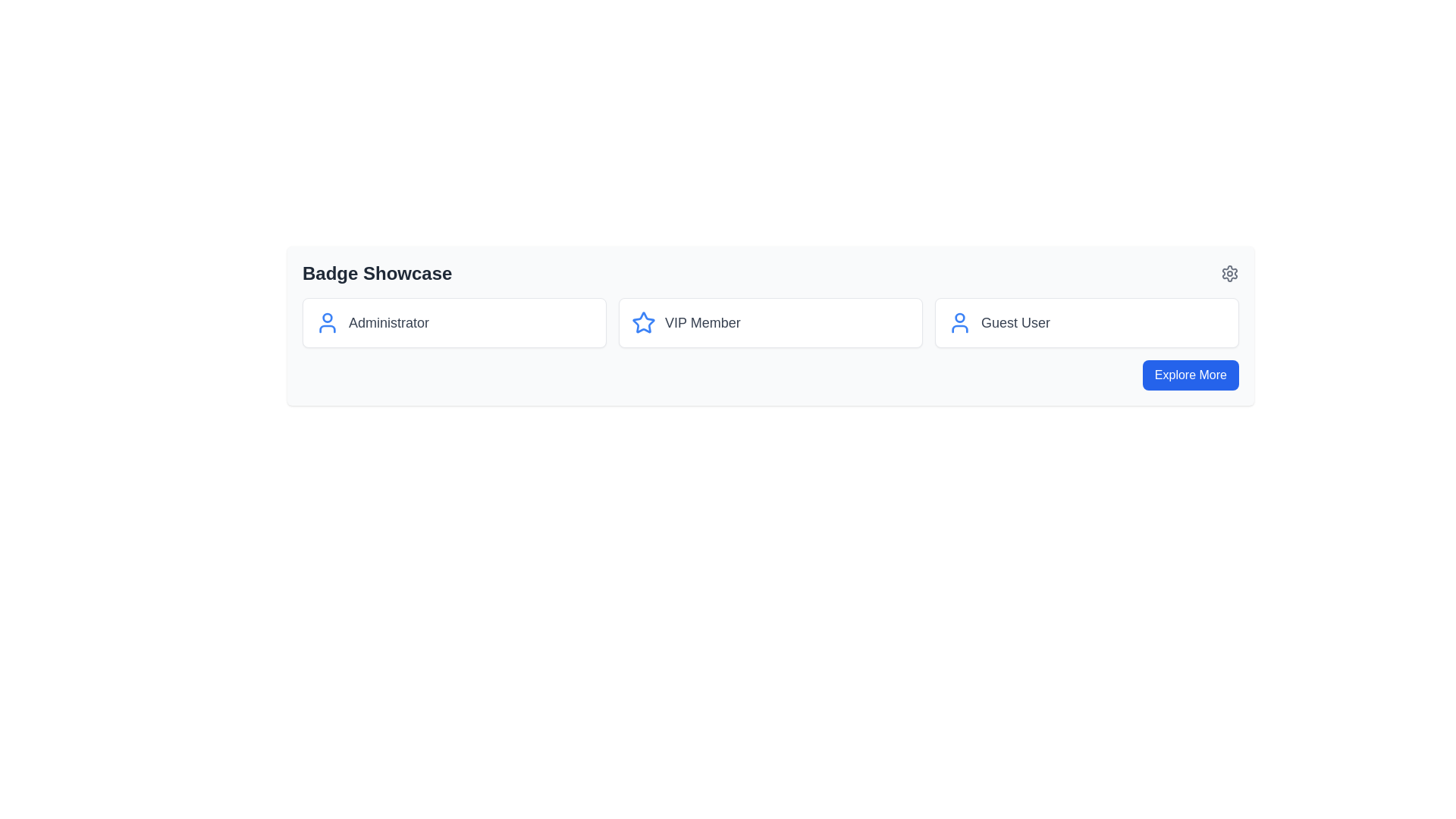 The image size is (1456, 819). What do you see at coordinates (453, 322) in the screenshot?
I see `the 'Administrator' role Card item located in the 'Badge Showcase' section, which is the first card in the grid layout` at bounding box center [453, 322].